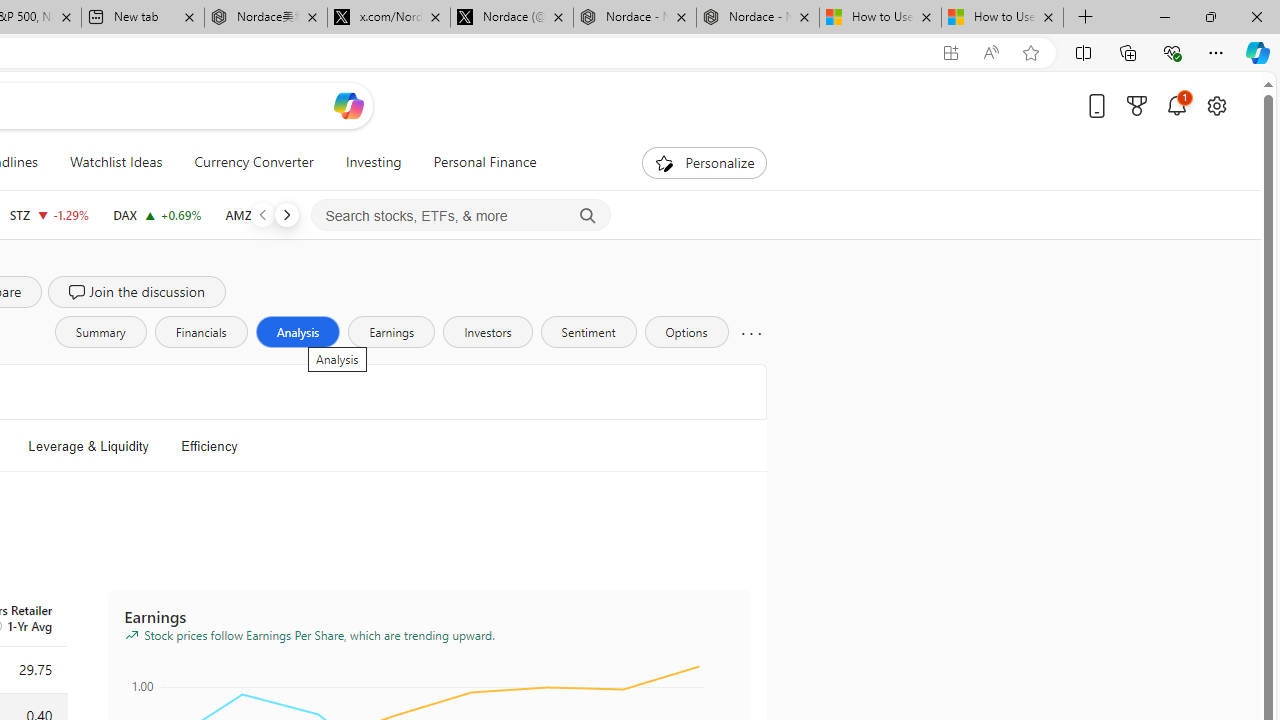  Describe the element at coordinates (296, 330) in the screenshot. I see `'Analysis'` at that location.